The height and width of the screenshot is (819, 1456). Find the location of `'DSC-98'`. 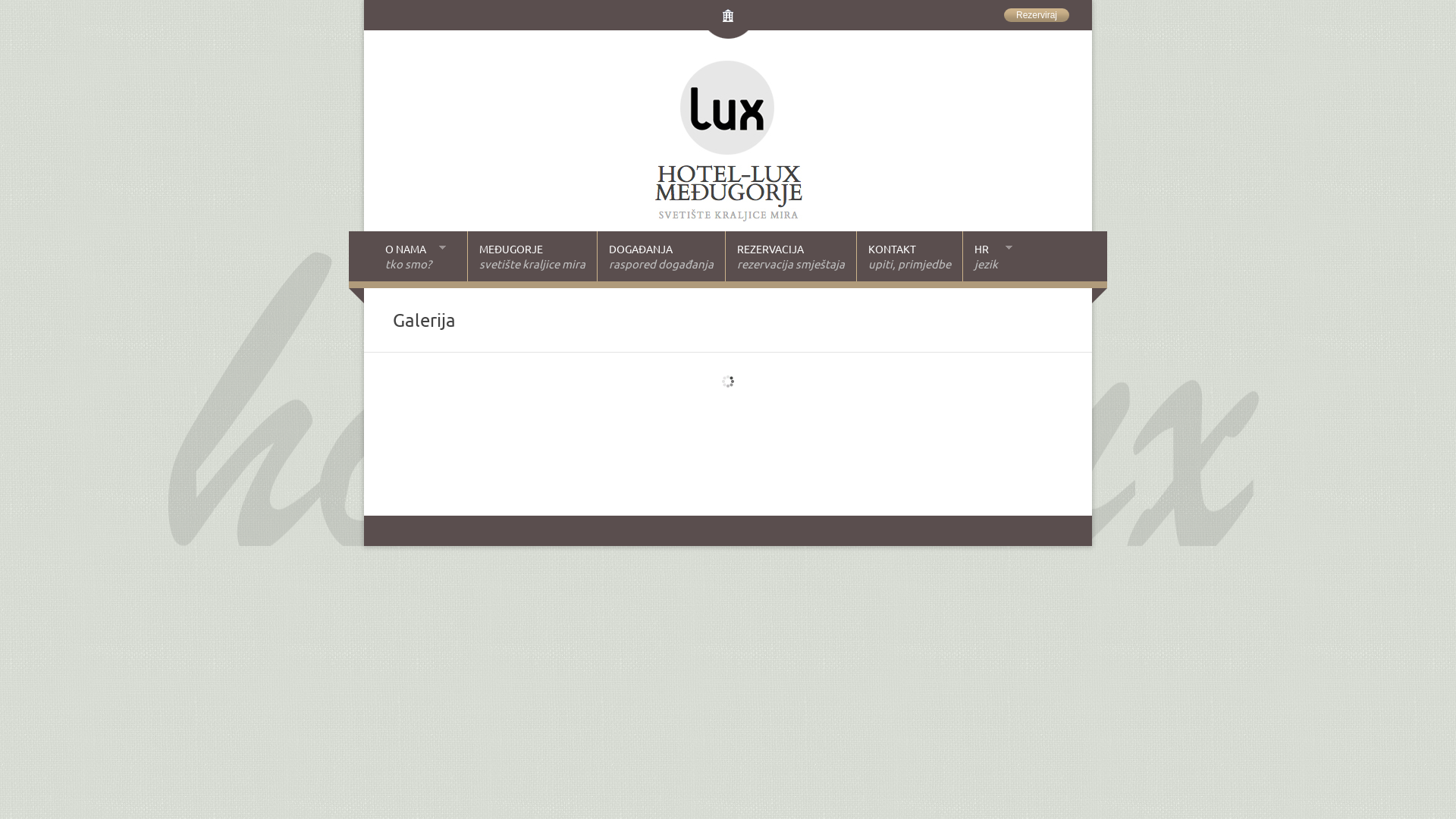

'DSC-98' is located at coordinates (758, 400).